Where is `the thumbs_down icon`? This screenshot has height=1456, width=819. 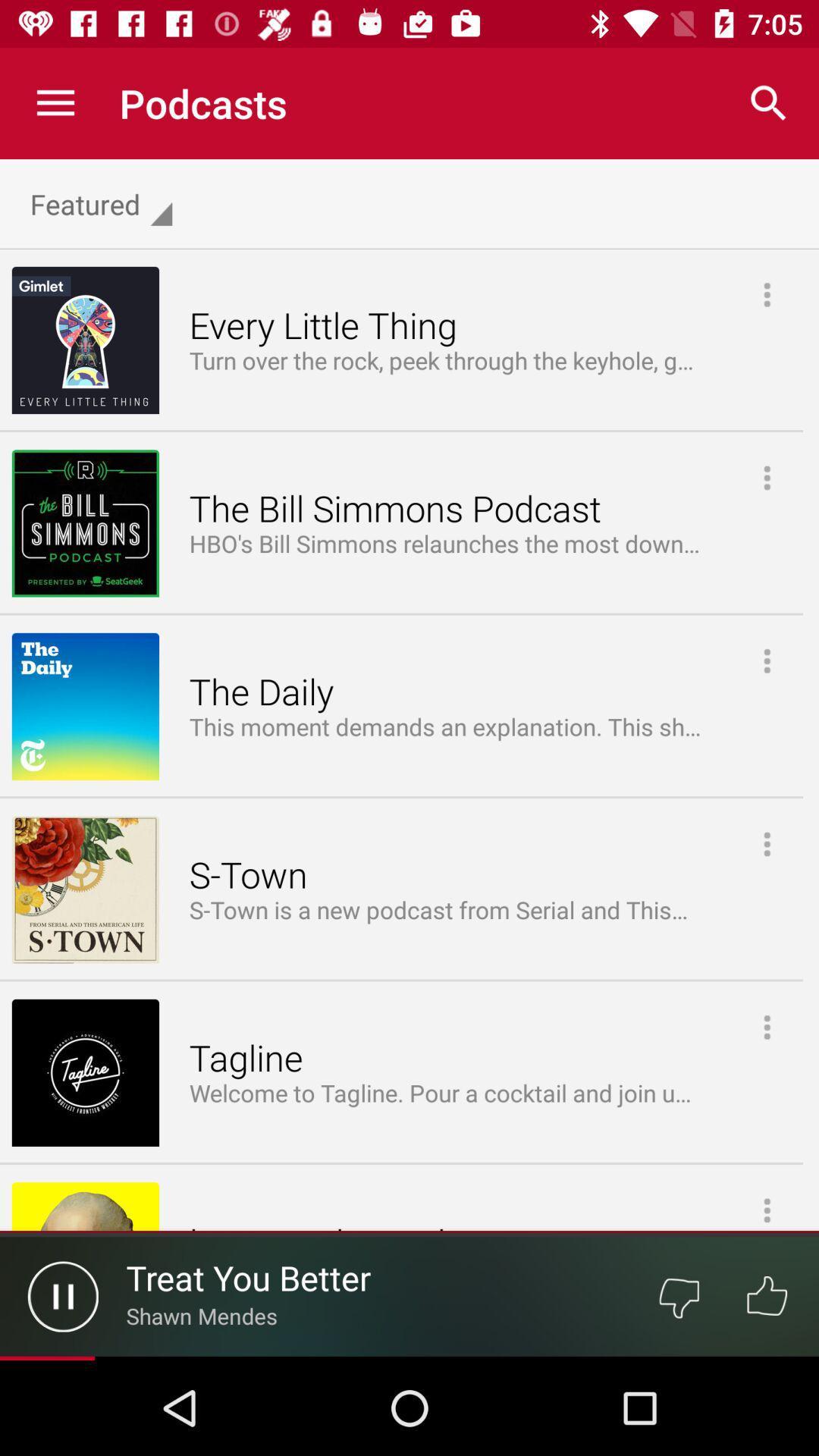 the thumbs_down icon is located at coordinates (678, 1295).